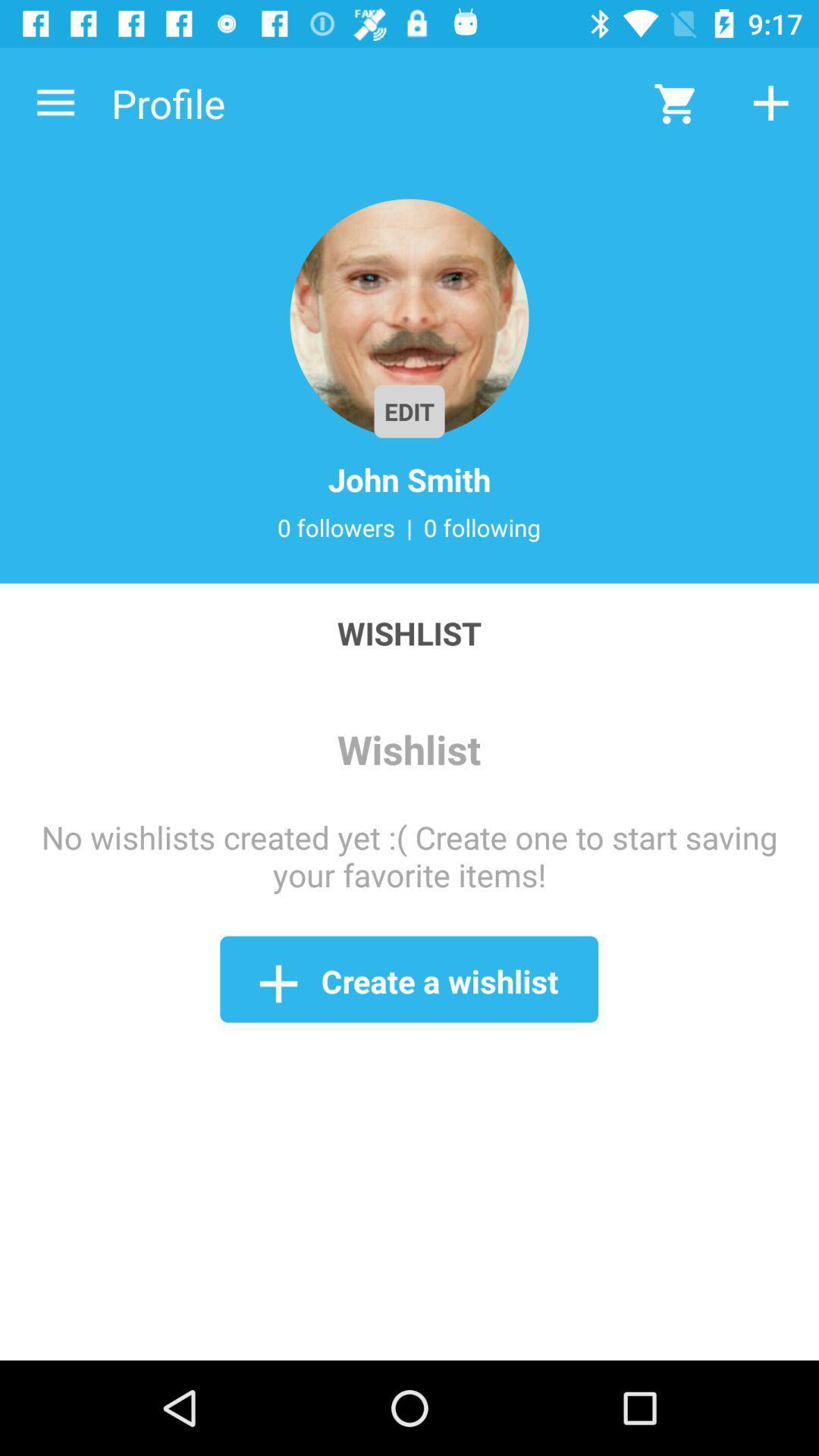 The width and height of the screenshot is (819, 1456). What do you see at coordinates (335, 527) in the screenshot?
I see `the 0 followers` at bounding box center [335, 527].